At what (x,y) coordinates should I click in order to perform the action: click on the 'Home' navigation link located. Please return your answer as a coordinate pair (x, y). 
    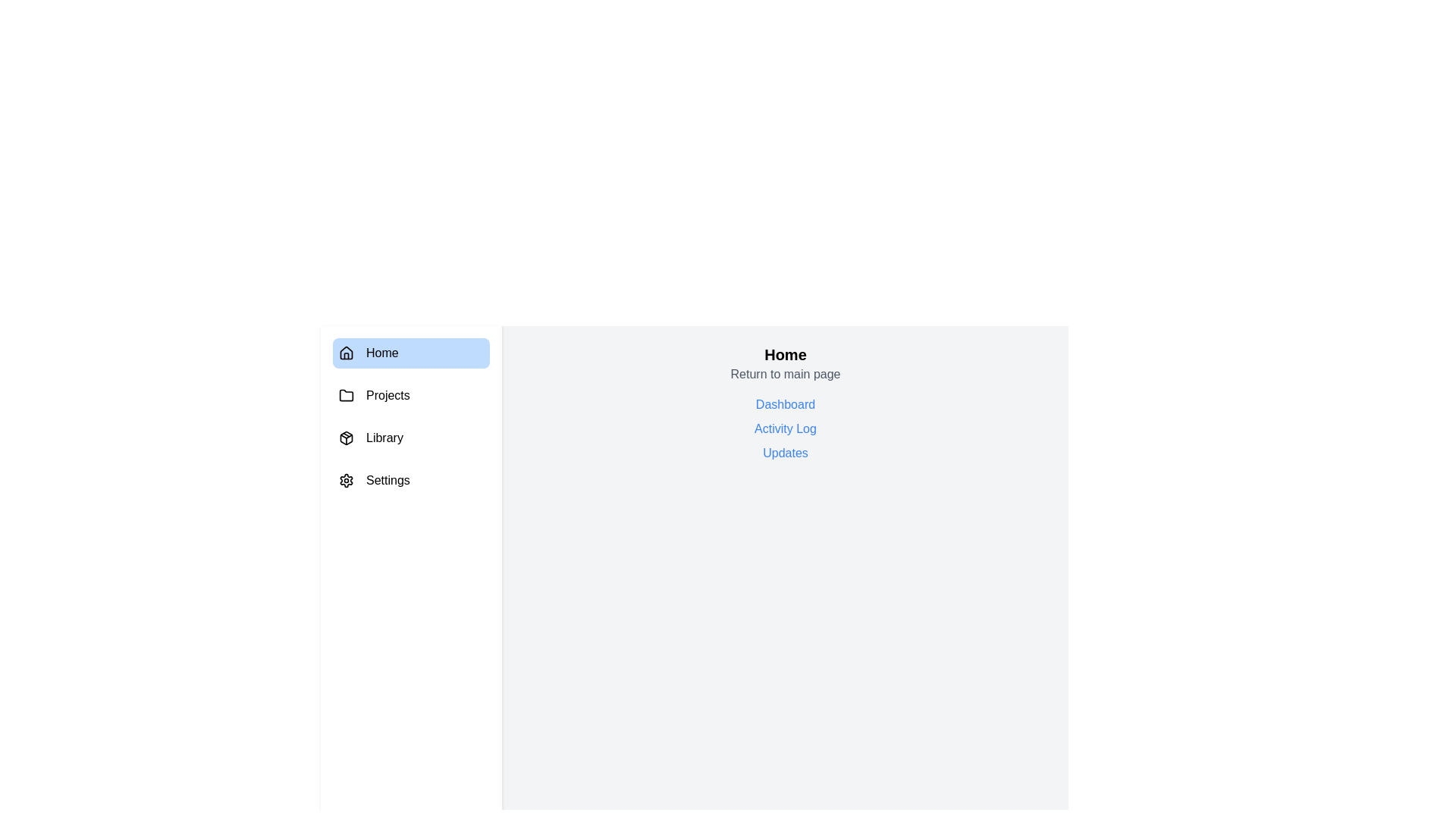
    Looking at the image, I should click on (411, 353).